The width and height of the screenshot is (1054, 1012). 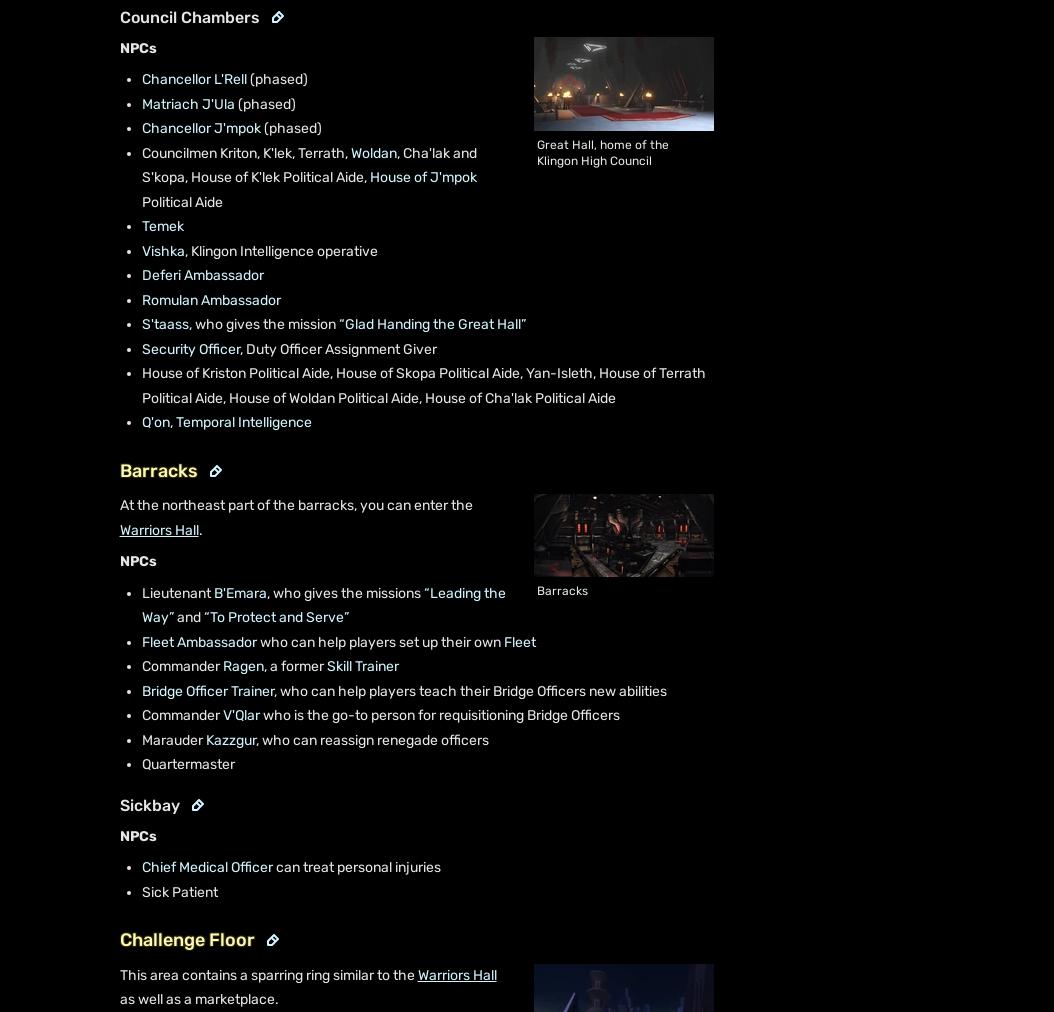 What do you see at coordinates (83, 964) in the screenshot?
I see `'What is Fandom?'` at bounding box center [83, 964].